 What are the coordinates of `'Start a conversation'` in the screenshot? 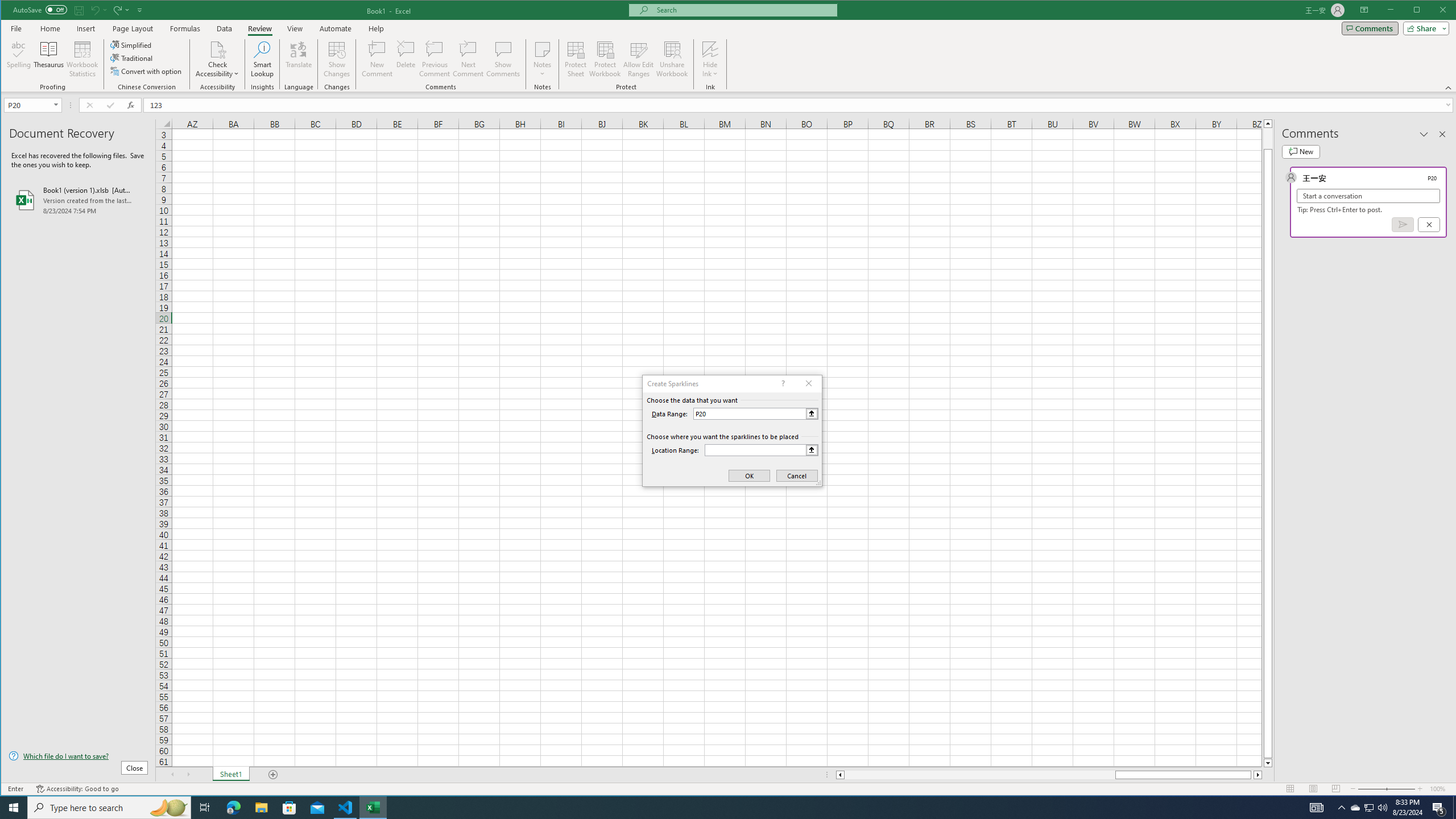 It's located at (1368, 196).